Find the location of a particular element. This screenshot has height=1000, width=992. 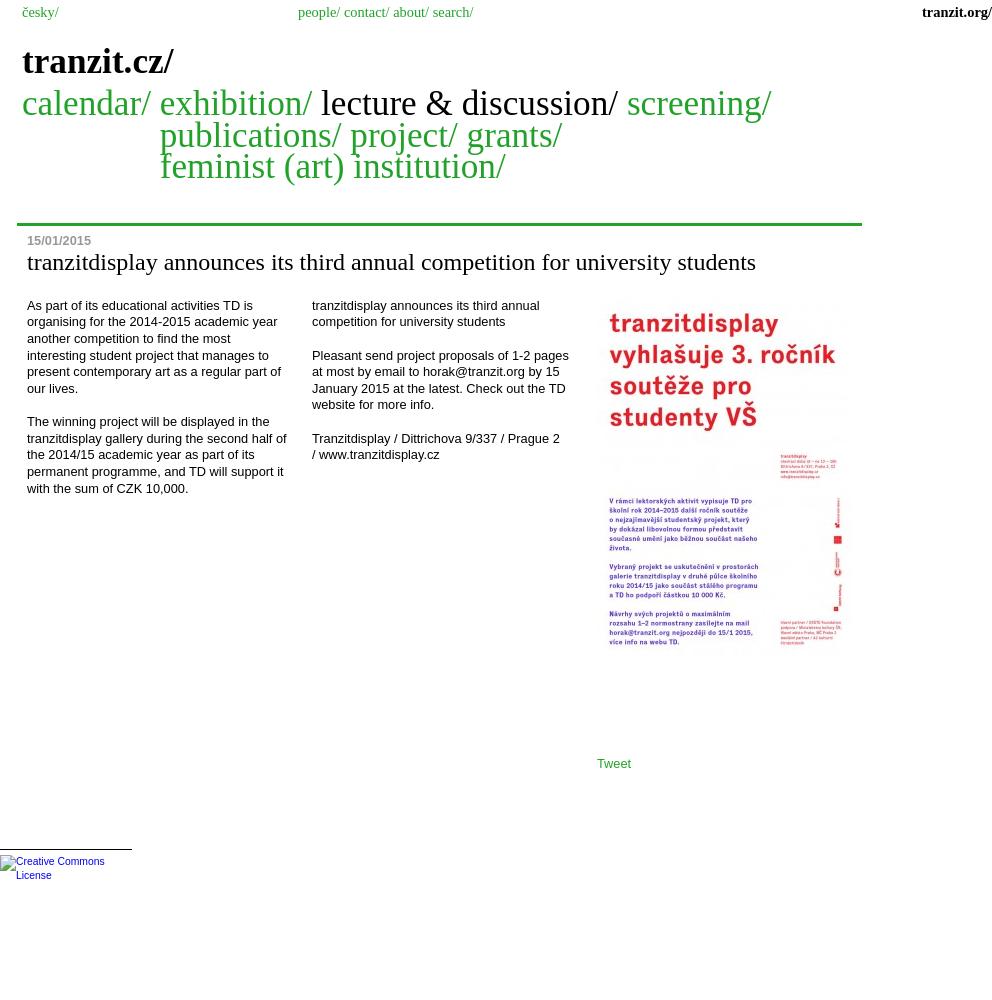

'/ www.tranzitdisplay.cz' is located at coordinates (375, 453).